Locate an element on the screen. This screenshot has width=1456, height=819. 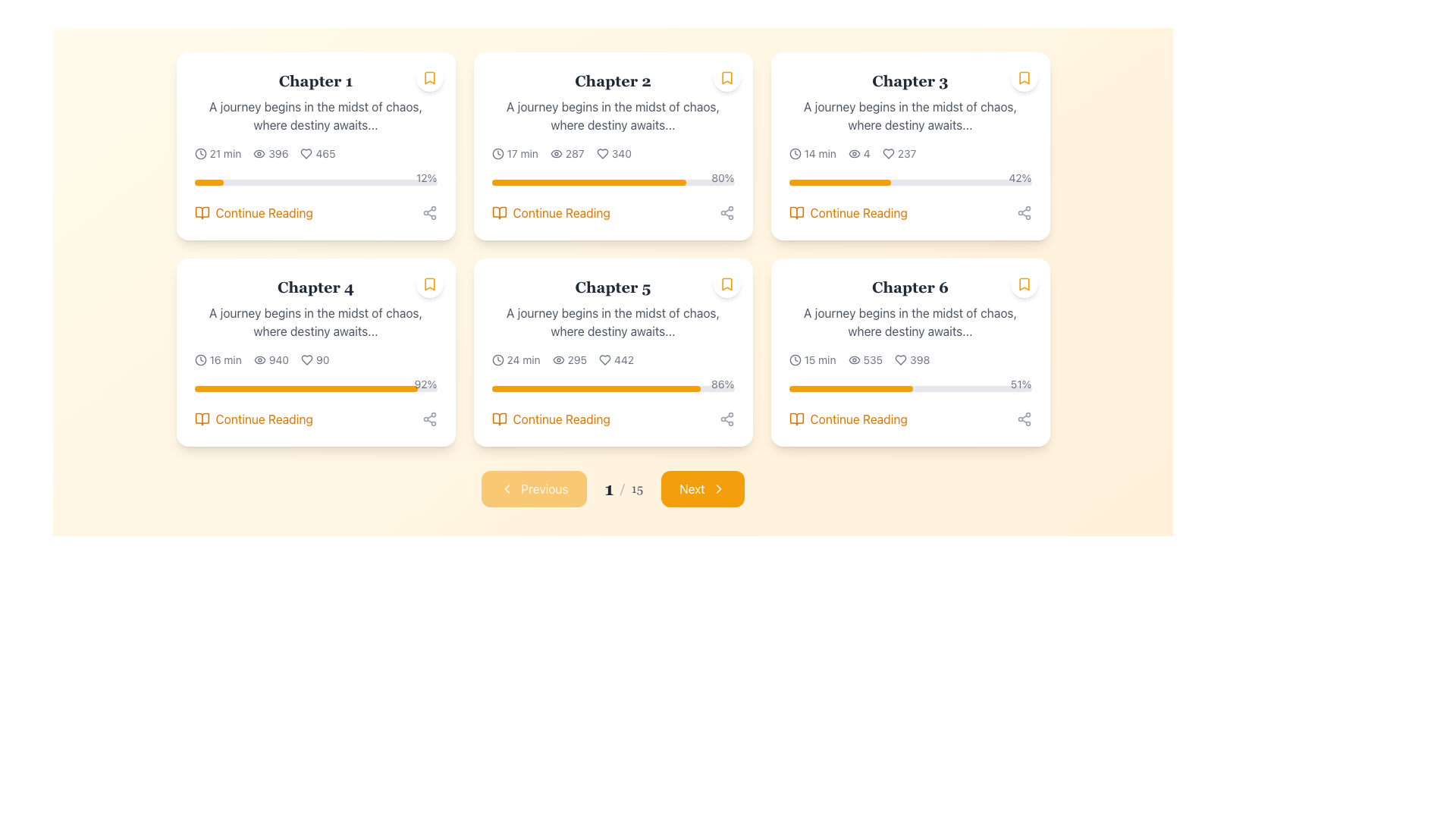
the amber bookmark icon button located in the top-right corner of the 'Chapter 5' card is located at coordinates (726, 284).